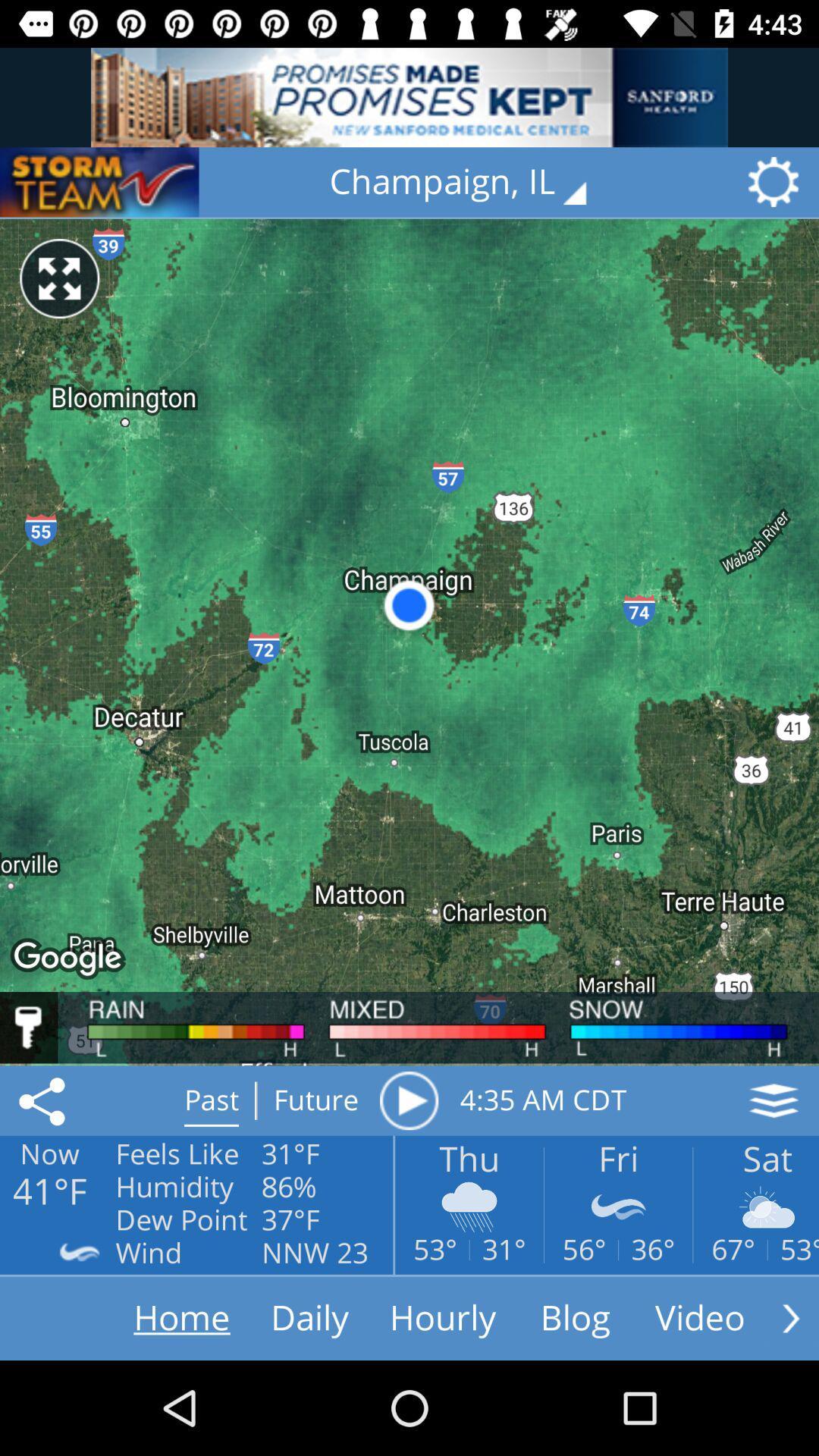 The image size is (819, 1456). I want to click on the layers icon, so click(773, 1100).